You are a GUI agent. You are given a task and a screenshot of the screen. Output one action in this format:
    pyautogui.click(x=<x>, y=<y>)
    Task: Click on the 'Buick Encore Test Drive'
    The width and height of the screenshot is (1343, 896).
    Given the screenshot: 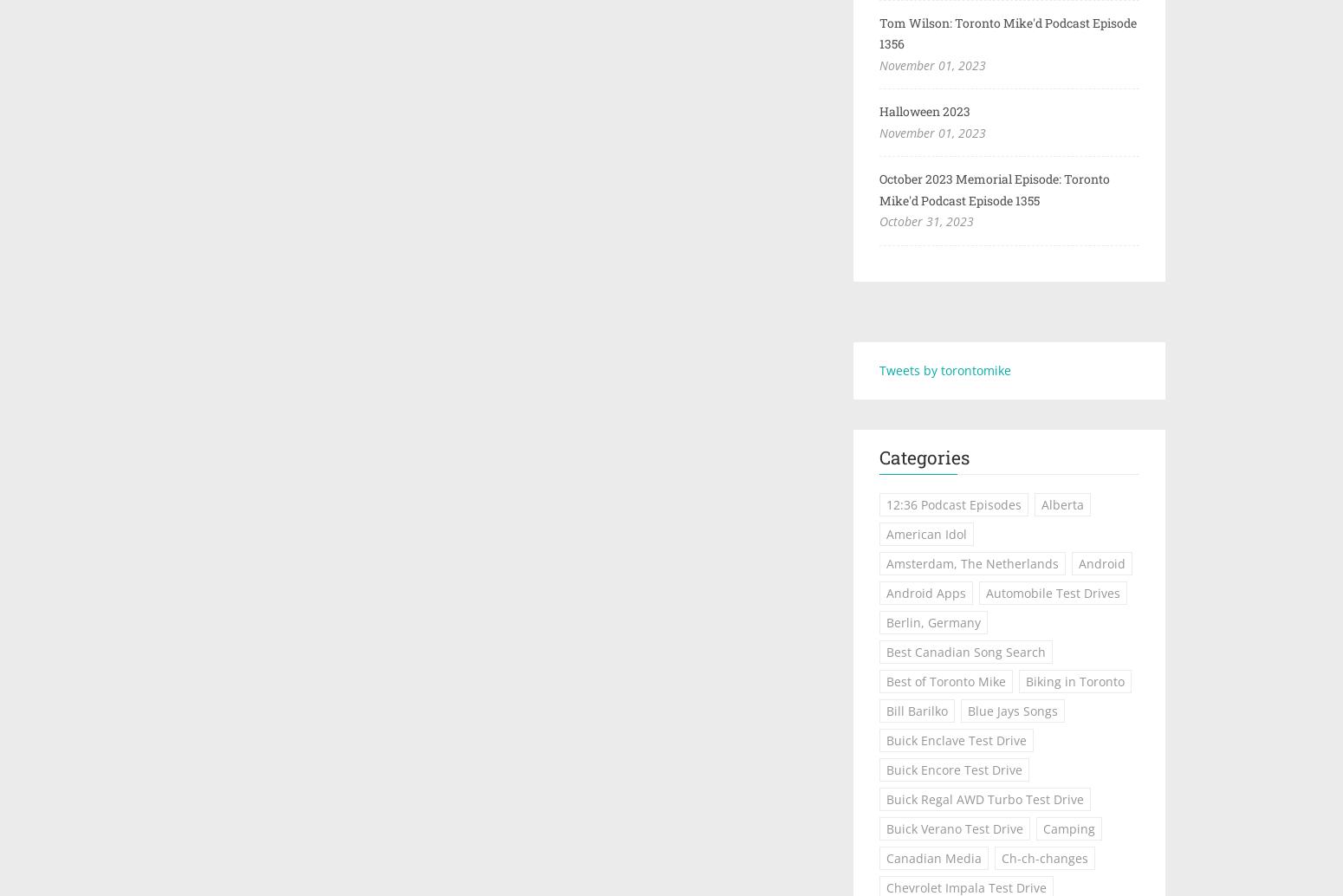 What is the action you would take?
    pyautogui.click(x=953, y=769)
    